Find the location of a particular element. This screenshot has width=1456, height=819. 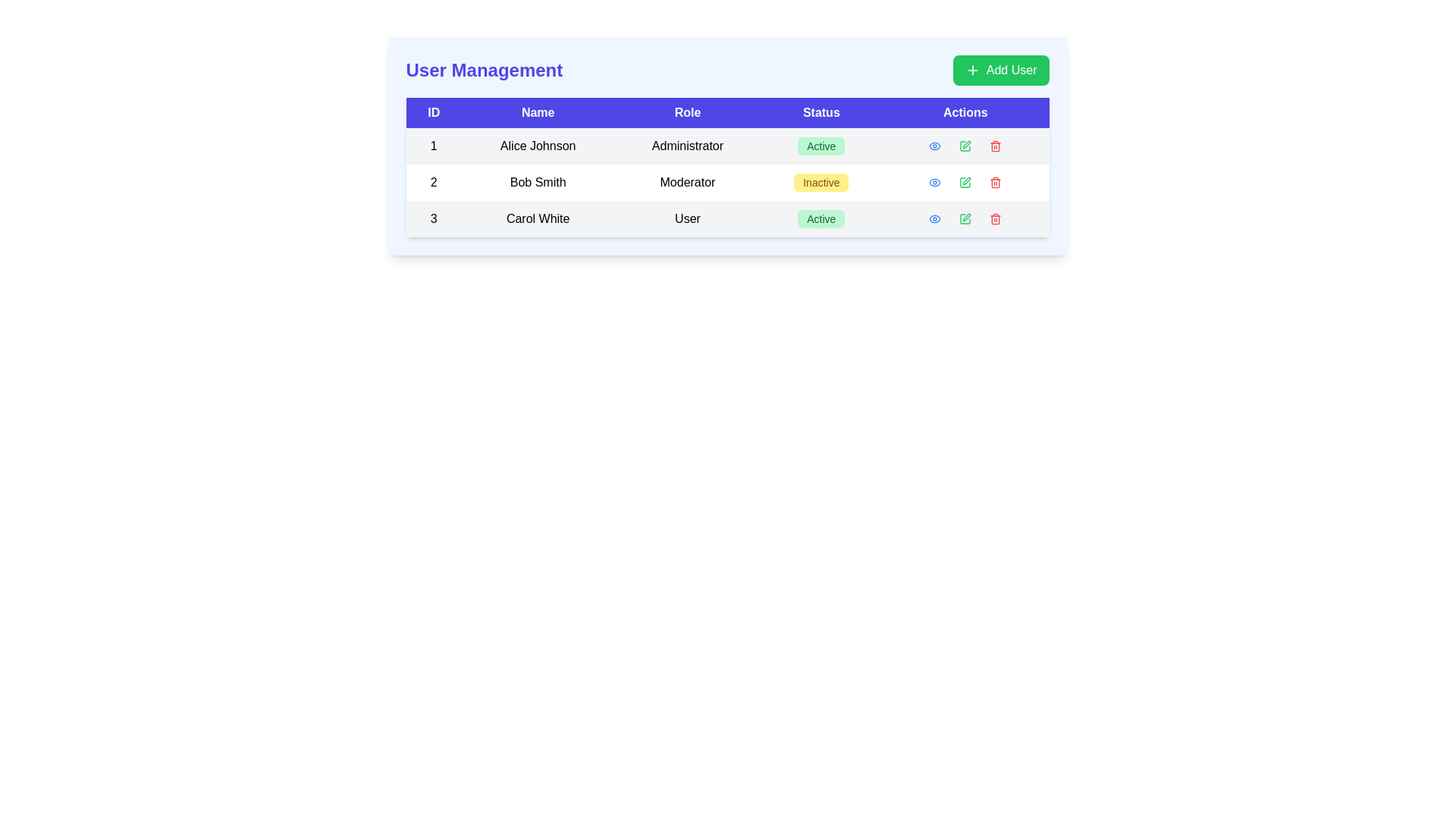

the SVG icon shaped like a pen tip in the 'Actions' column corresponding to the 'Moderator' user is located at coordinates (966, 145).